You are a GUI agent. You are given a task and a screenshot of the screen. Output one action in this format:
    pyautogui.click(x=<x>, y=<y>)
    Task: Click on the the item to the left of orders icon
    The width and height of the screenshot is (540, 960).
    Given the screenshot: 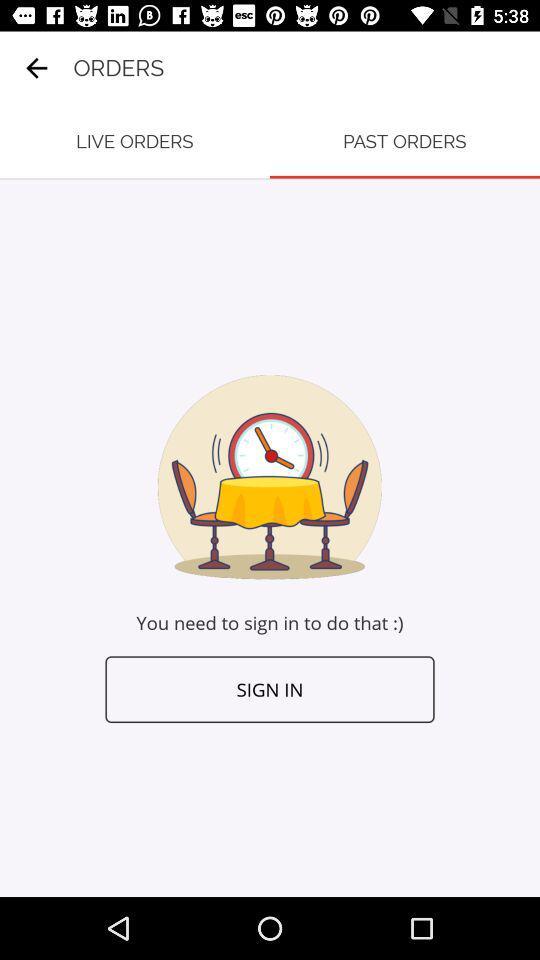 What is the action you would take?
    pyautogui.click(x=36, y=68)
    